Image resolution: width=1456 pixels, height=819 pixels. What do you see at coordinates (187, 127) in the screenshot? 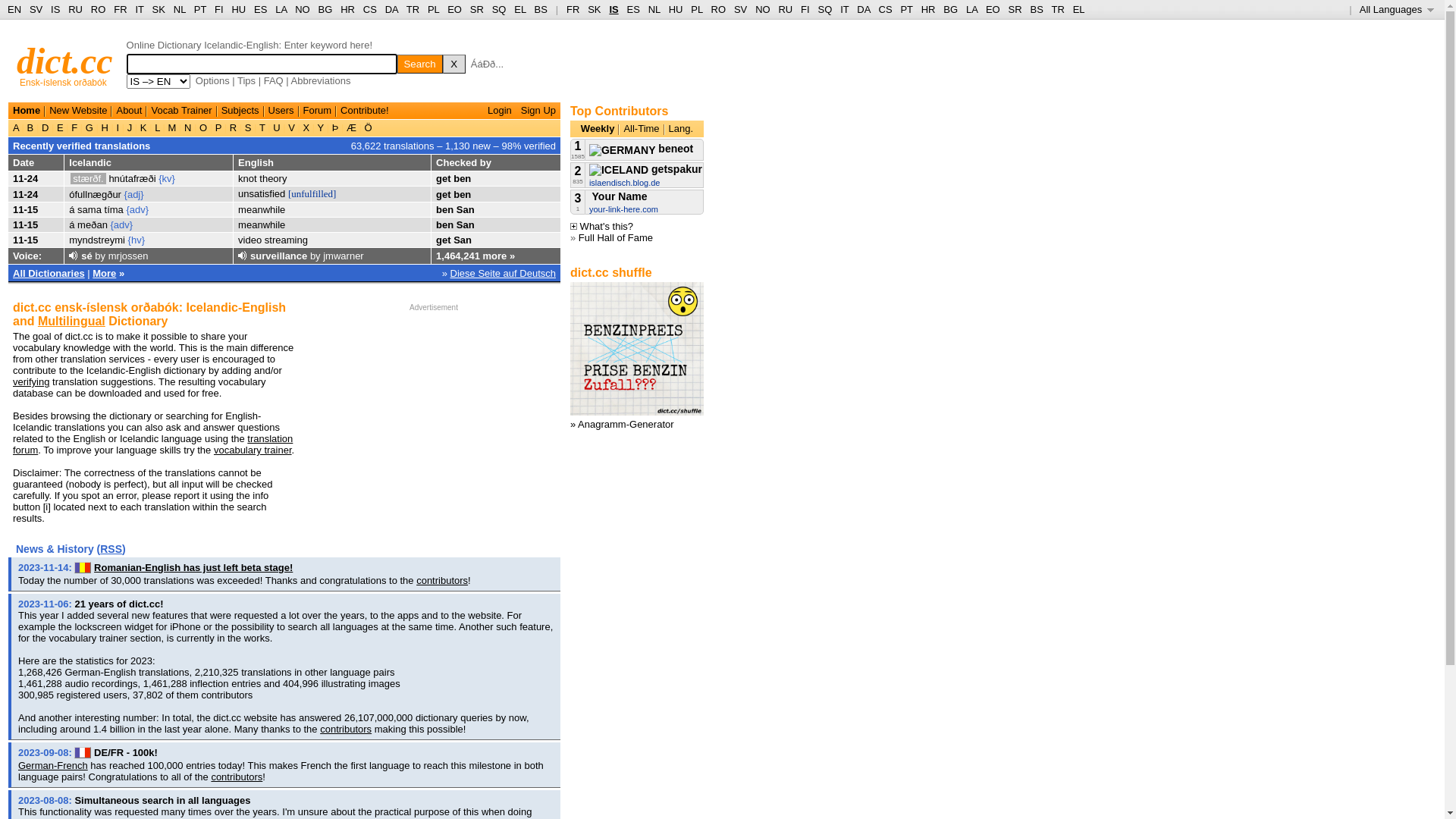
I see `'N'` at bounding box center [187, 127].